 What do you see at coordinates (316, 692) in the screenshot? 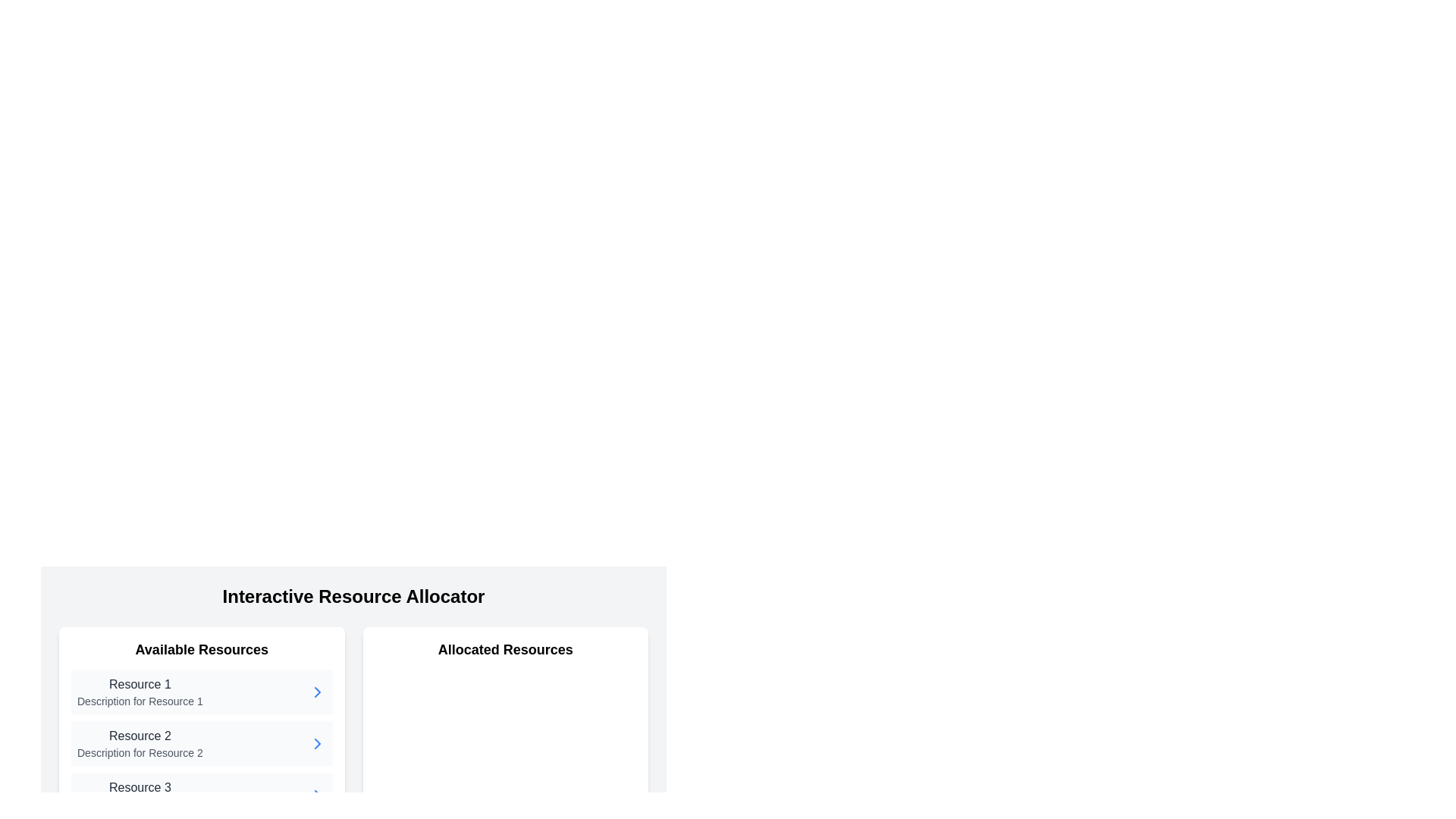
I see `the rightward chevron icon located in the 'Available Resources' section, aligned with 'Resource 2'` at bounding box center [316, 692].